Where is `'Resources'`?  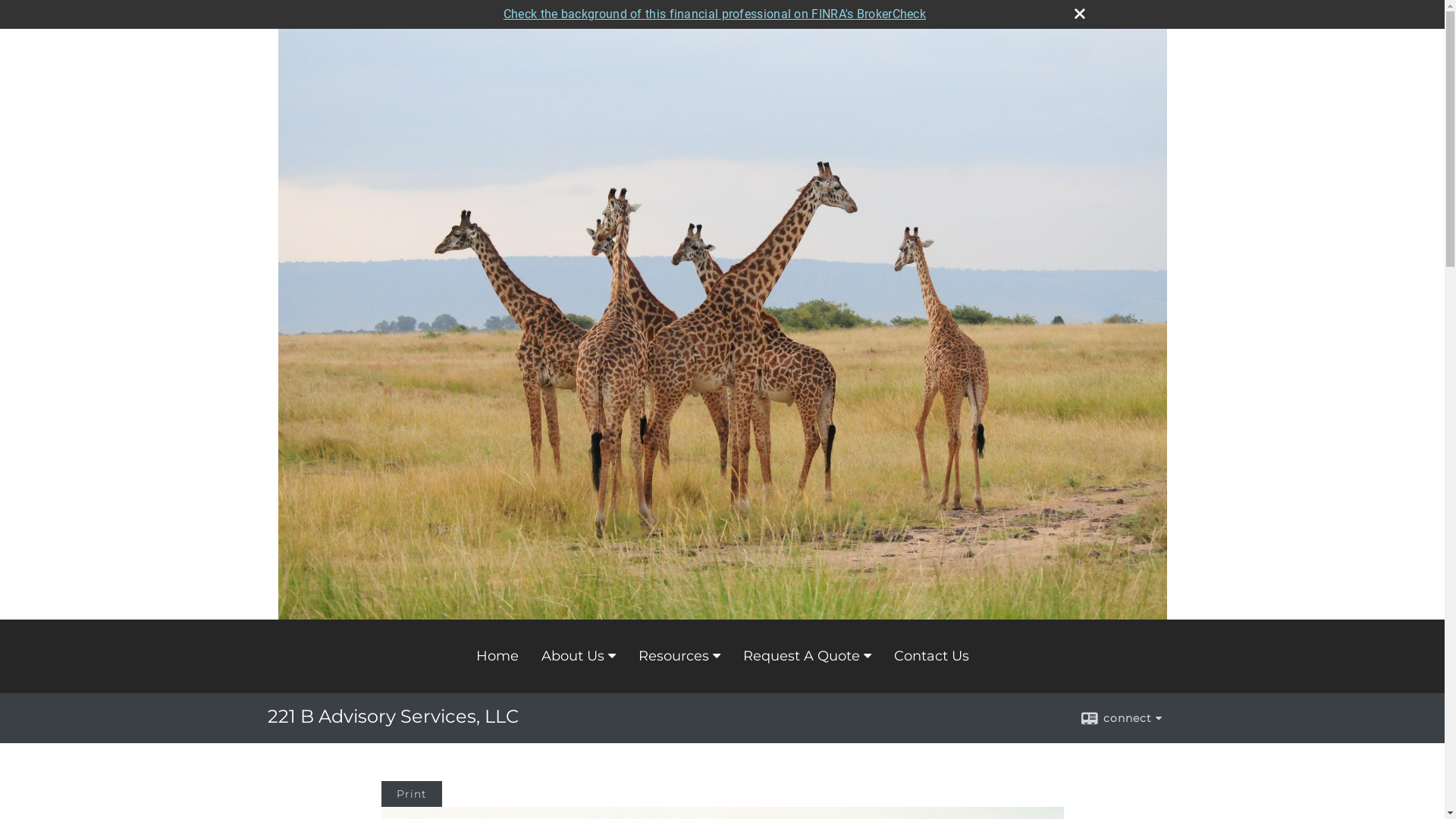 'Resources' is located at coordinates (677, 654).